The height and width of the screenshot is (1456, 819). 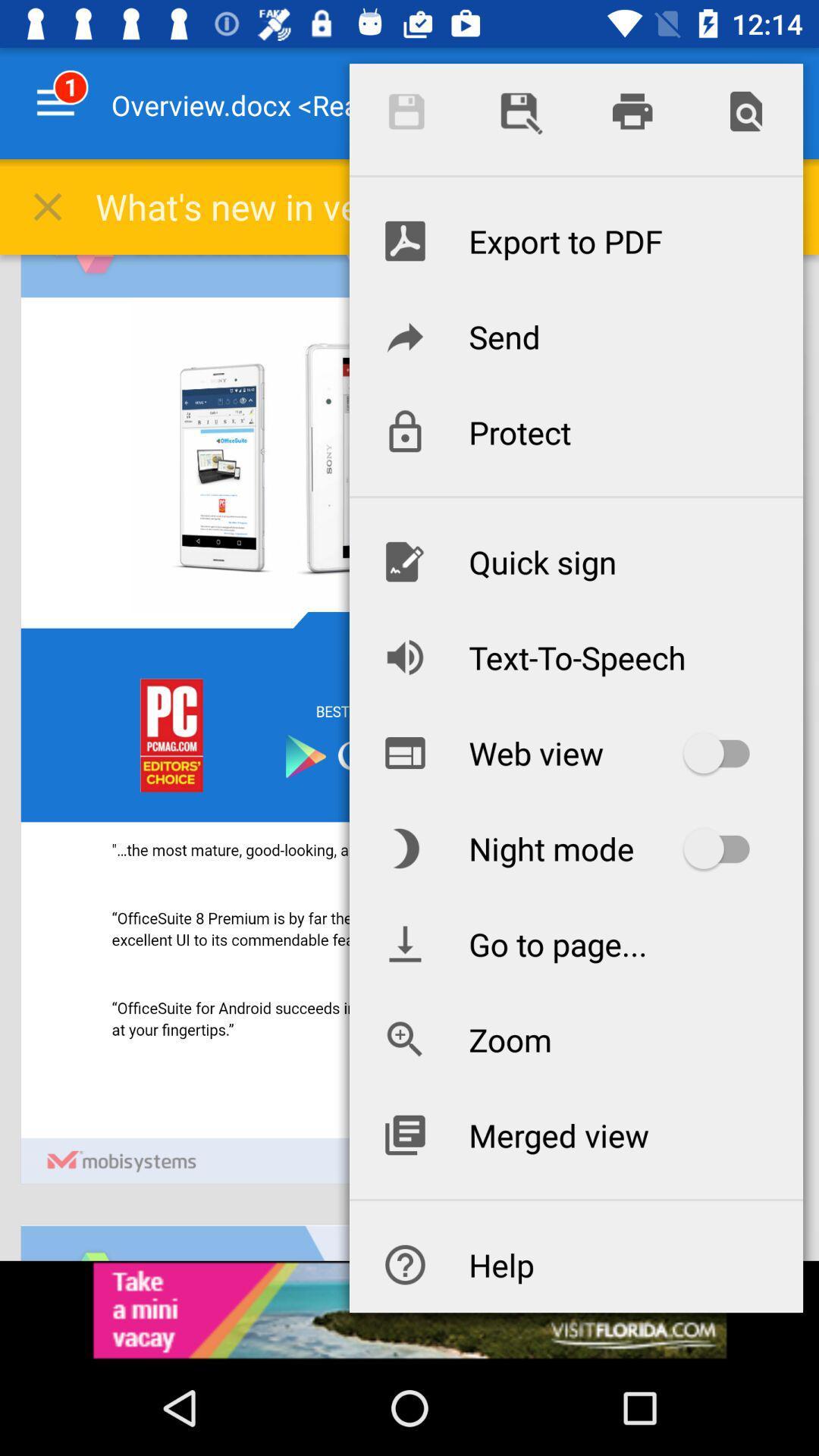 What do you see at coordinates (576, 1135) in the screenshot?
I see `merged view` at bounding box center [576, 1135].